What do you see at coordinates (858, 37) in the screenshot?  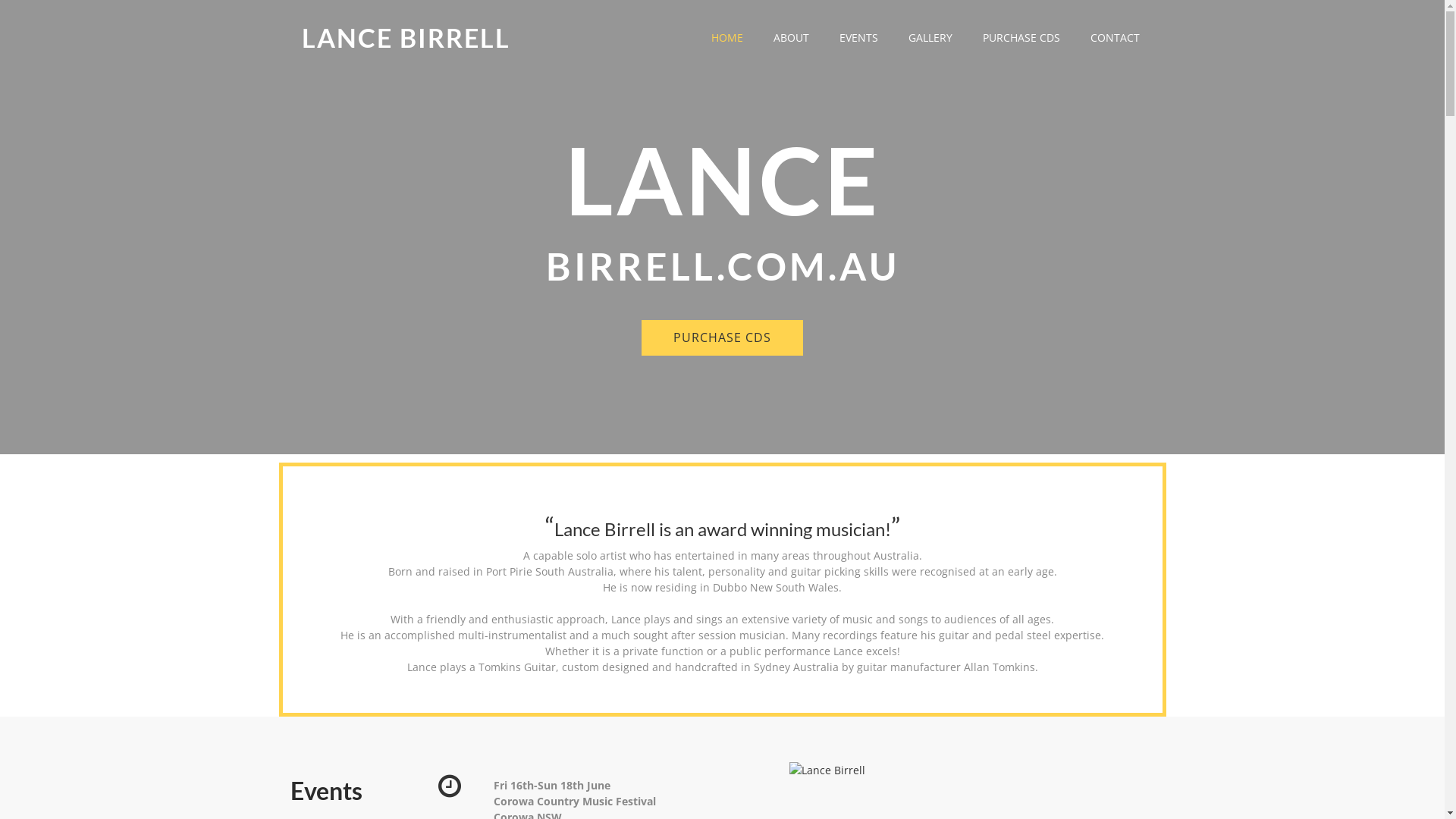 I see `'EVENTS'` at bounding box center [858, 37].